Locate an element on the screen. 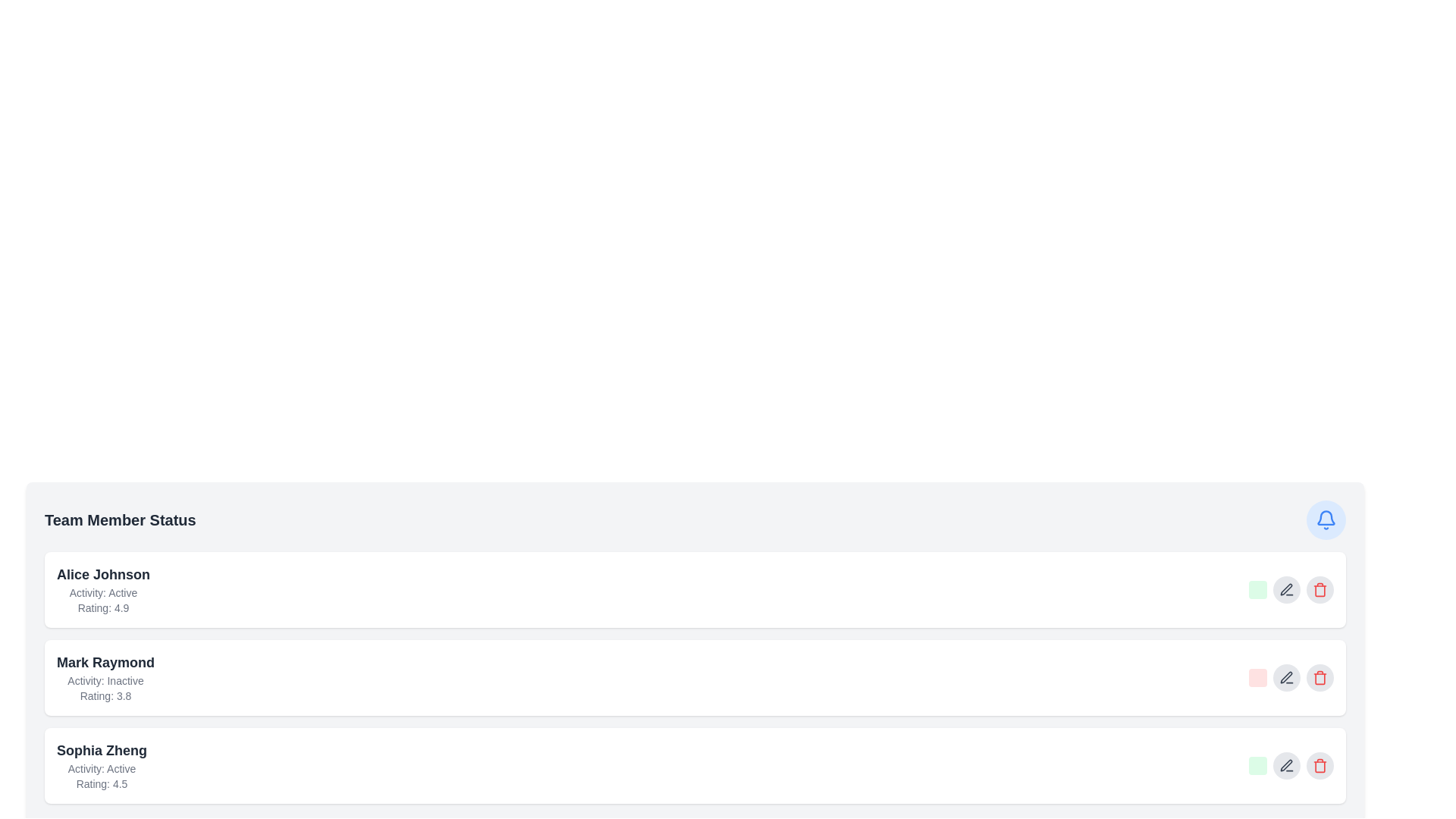 The height and width of the screenshot is (819, 1456). the edit button with a pencil icon located in the bottom-right section of the entry for 'Sophia Zheng' to initiate an edit action is located at coordinates (1291, 766).